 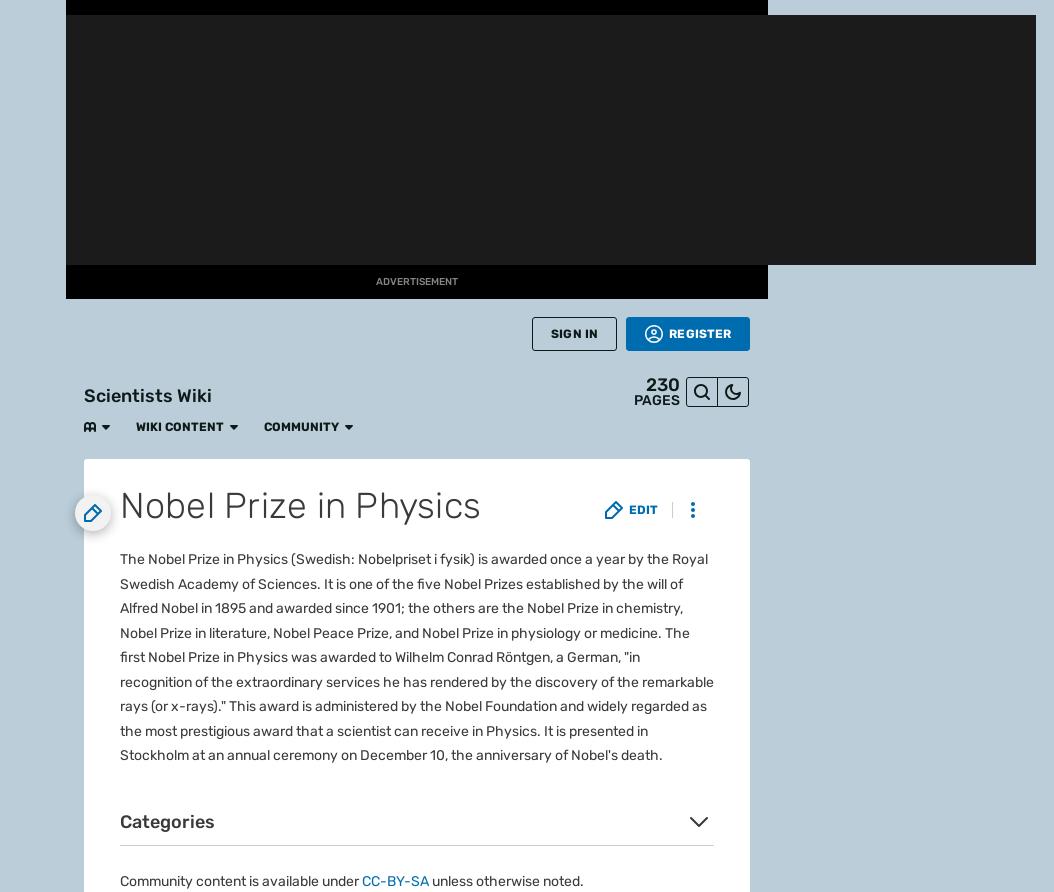 What do you see at coordinates (137, 348) in the screenshot?
I see `'What is Fandom?'` at bounding box center [137, 348].